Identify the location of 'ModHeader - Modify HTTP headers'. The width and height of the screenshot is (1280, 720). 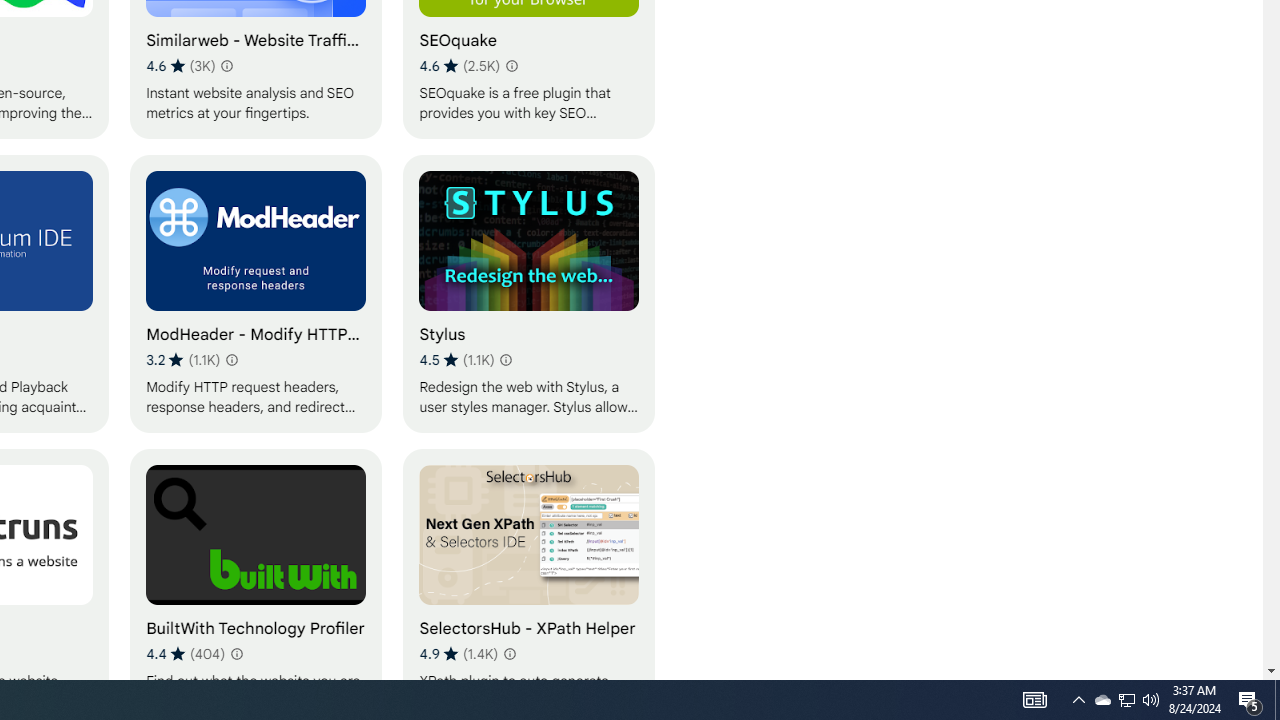
(255, 293).